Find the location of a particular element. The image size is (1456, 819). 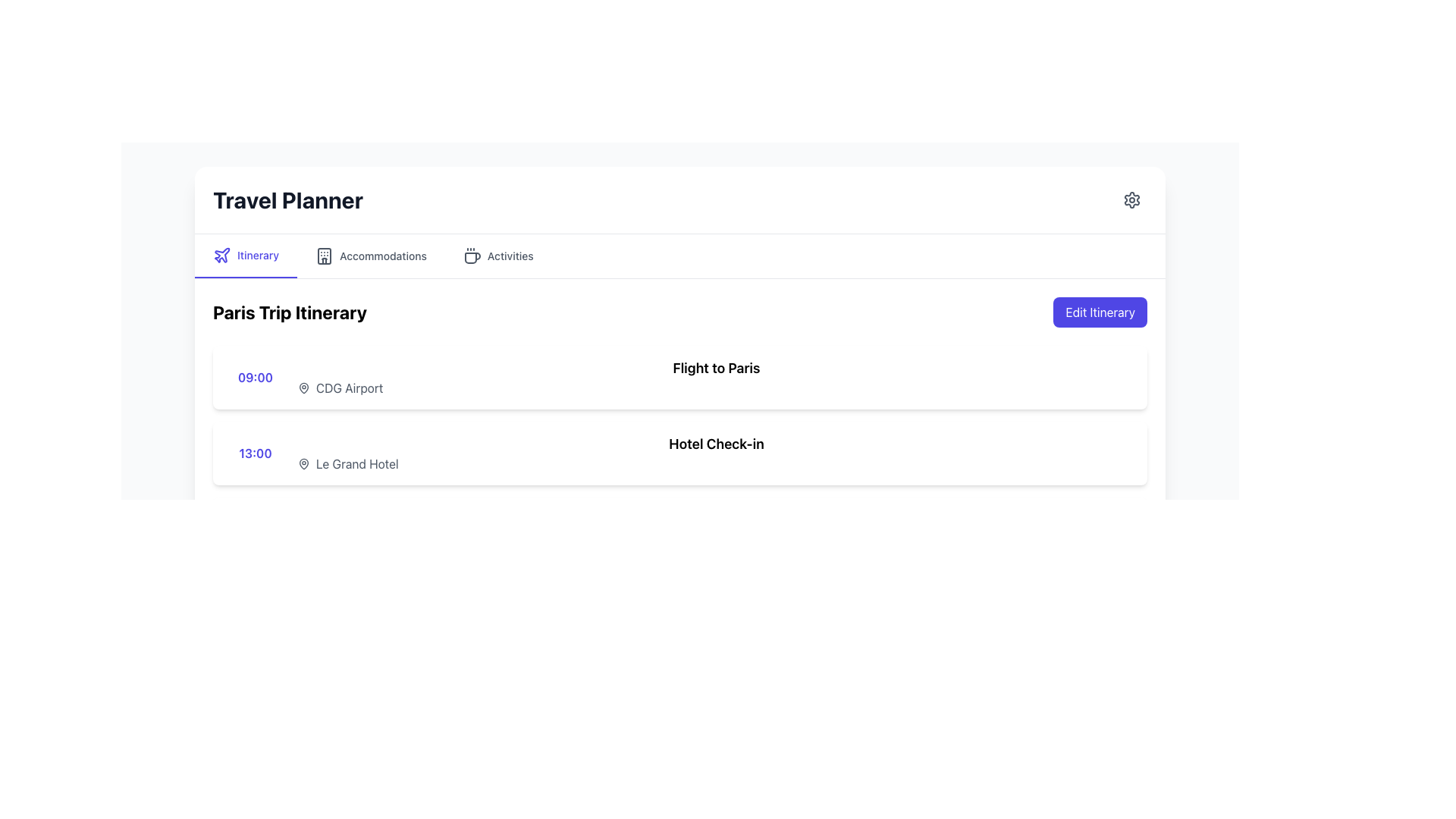

the 'Hotel Check-in' text label styled in bold font, located within a white rectangular background and positioned to the right of the indigo-colored time '13:00', under the 'Paris Trip Itinerary' section is located at coordinates (679, 452).